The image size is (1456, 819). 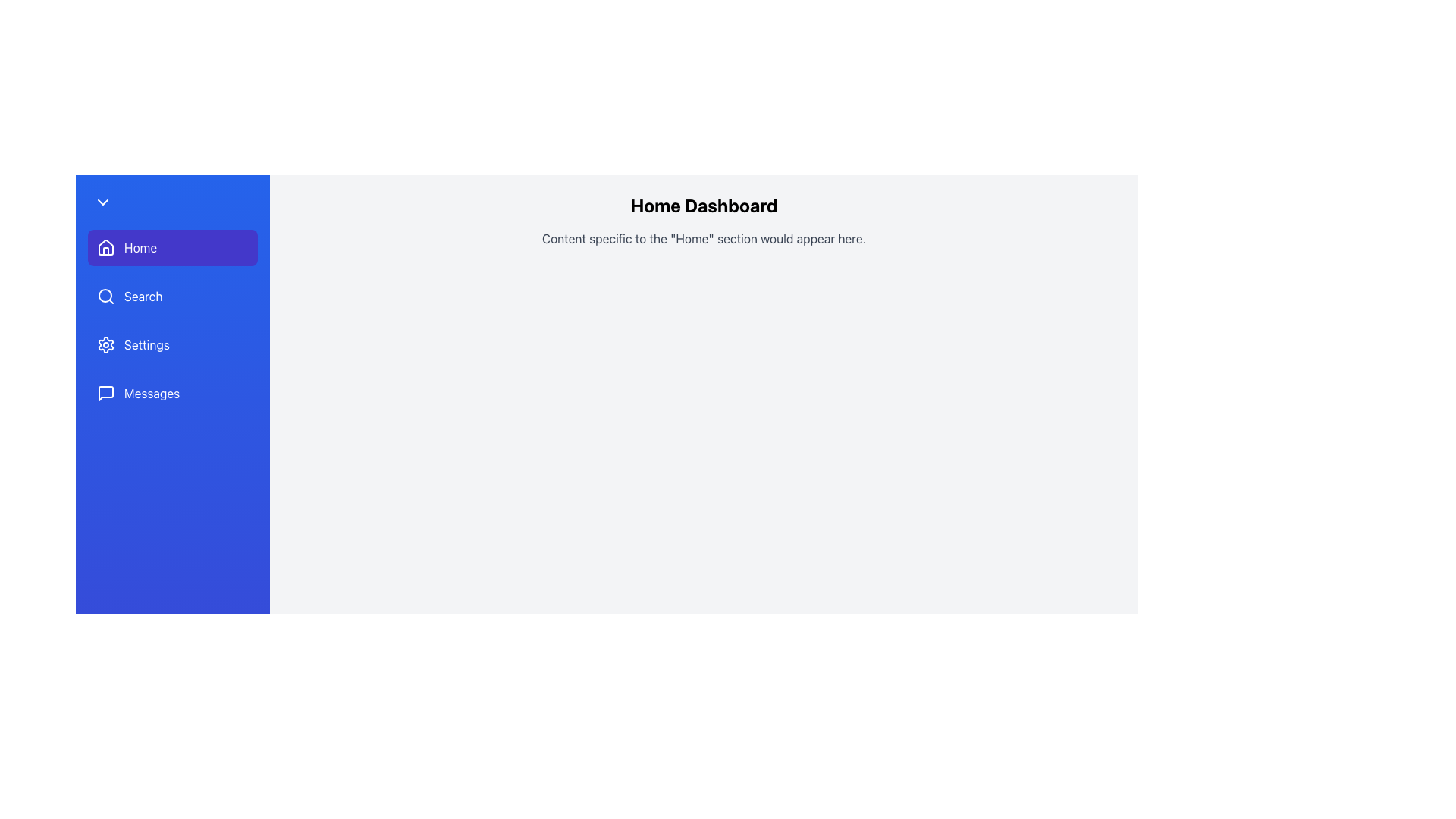 What do you see at coordinates (152, 393) in the screenshot?
I see `the 'Messages' text label in the vertical navigation menu` at bounding box center [152, 393].